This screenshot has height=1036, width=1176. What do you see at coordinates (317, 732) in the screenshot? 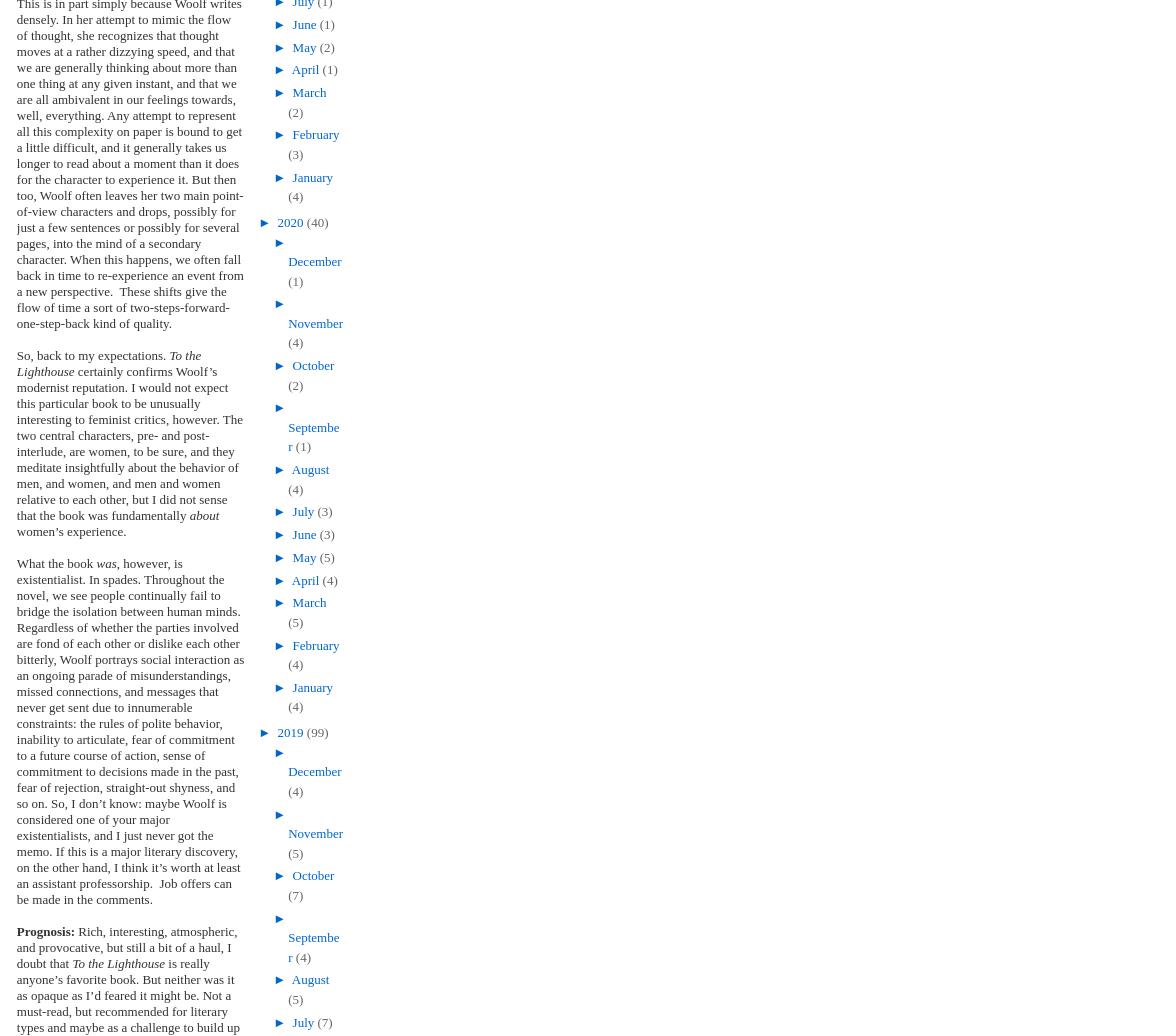
I see `'(99)'` at bounding box center [317, 732].